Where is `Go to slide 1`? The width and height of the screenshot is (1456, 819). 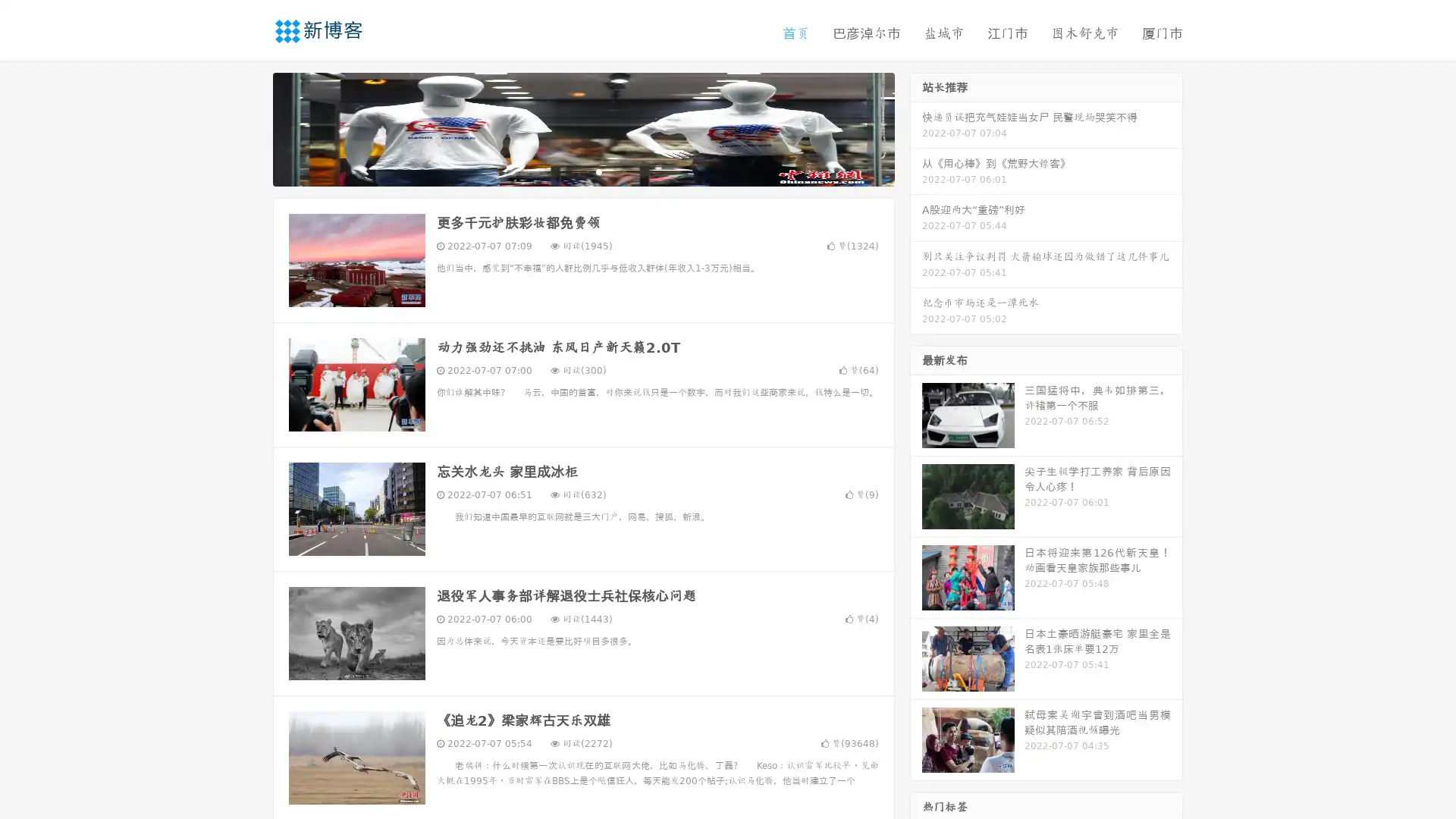
Go to slide 1 is located at coordinates (567, 171).